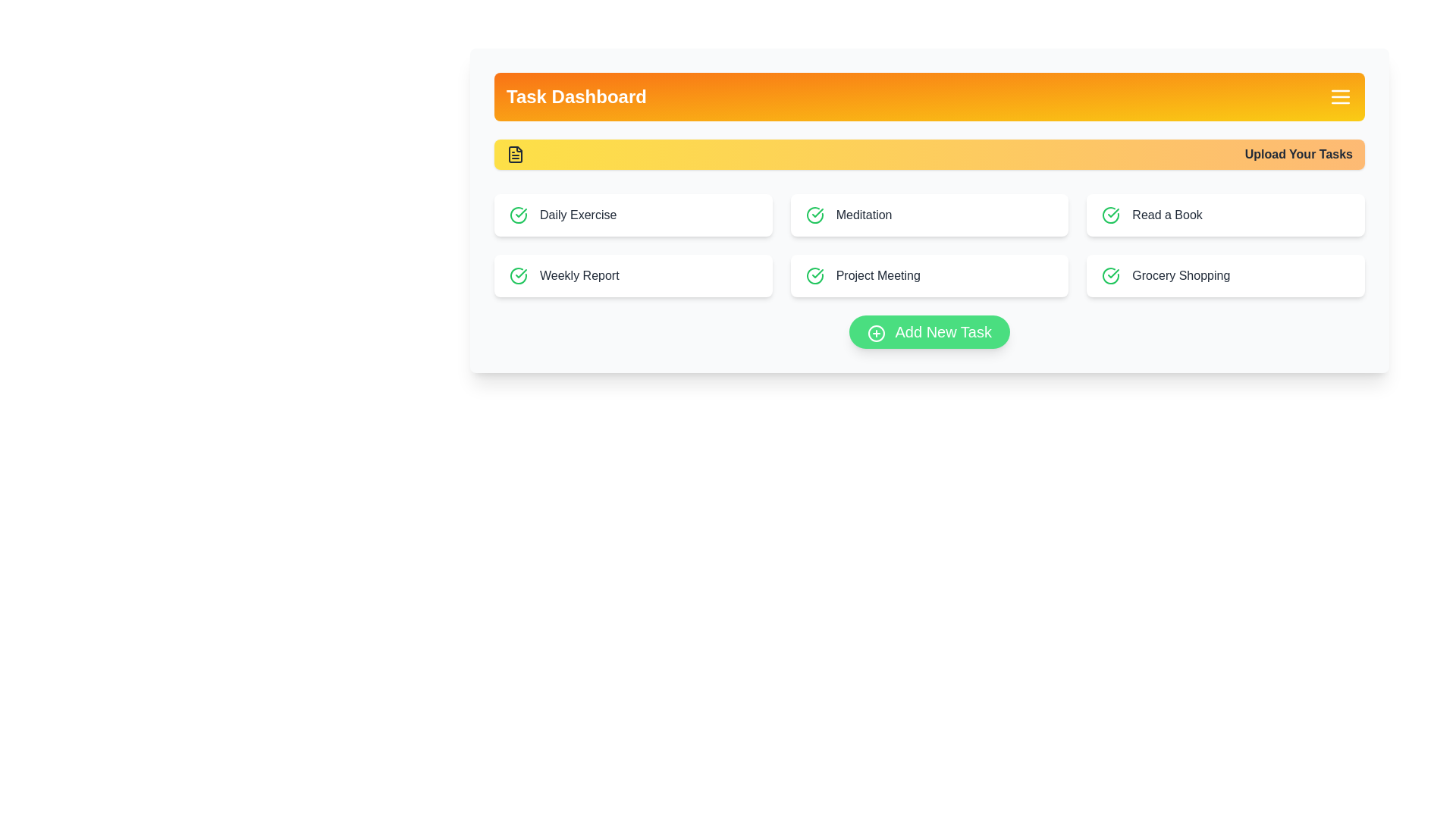 This screenshot has height=819, width=1456. Describe the element at coordinates (1340, 96) in the screenshot. I see `the menu button to toggle its visibility` at that location.